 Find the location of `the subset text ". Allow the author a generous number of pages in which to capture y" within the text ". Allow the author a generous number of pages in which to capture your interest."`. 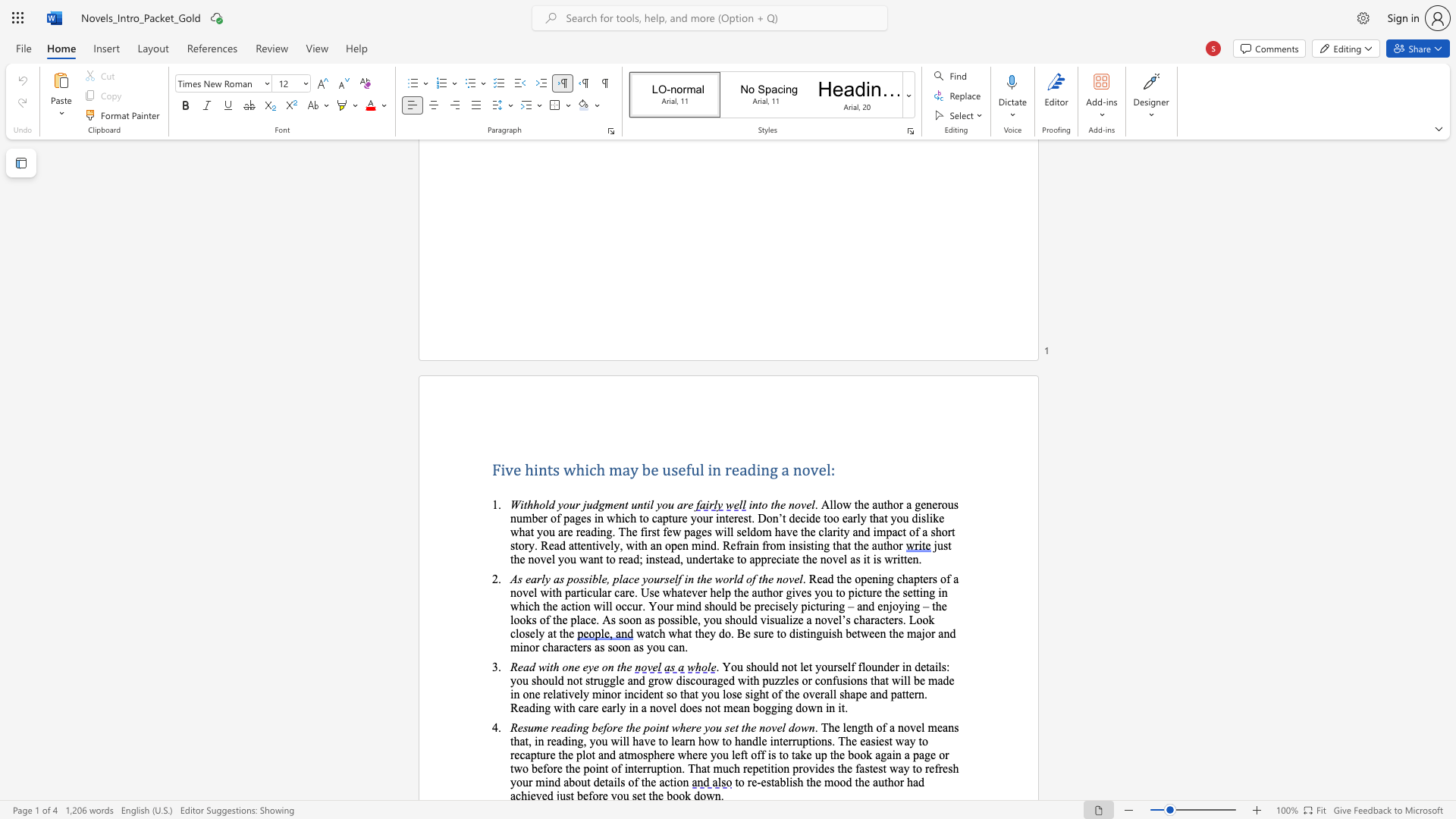

the subset text ". Allow the author a generous number of pages in which to capture y" within the text ". Allow the author a generous number of pages in which to capture your interest." is located at coordinates (814, 504).